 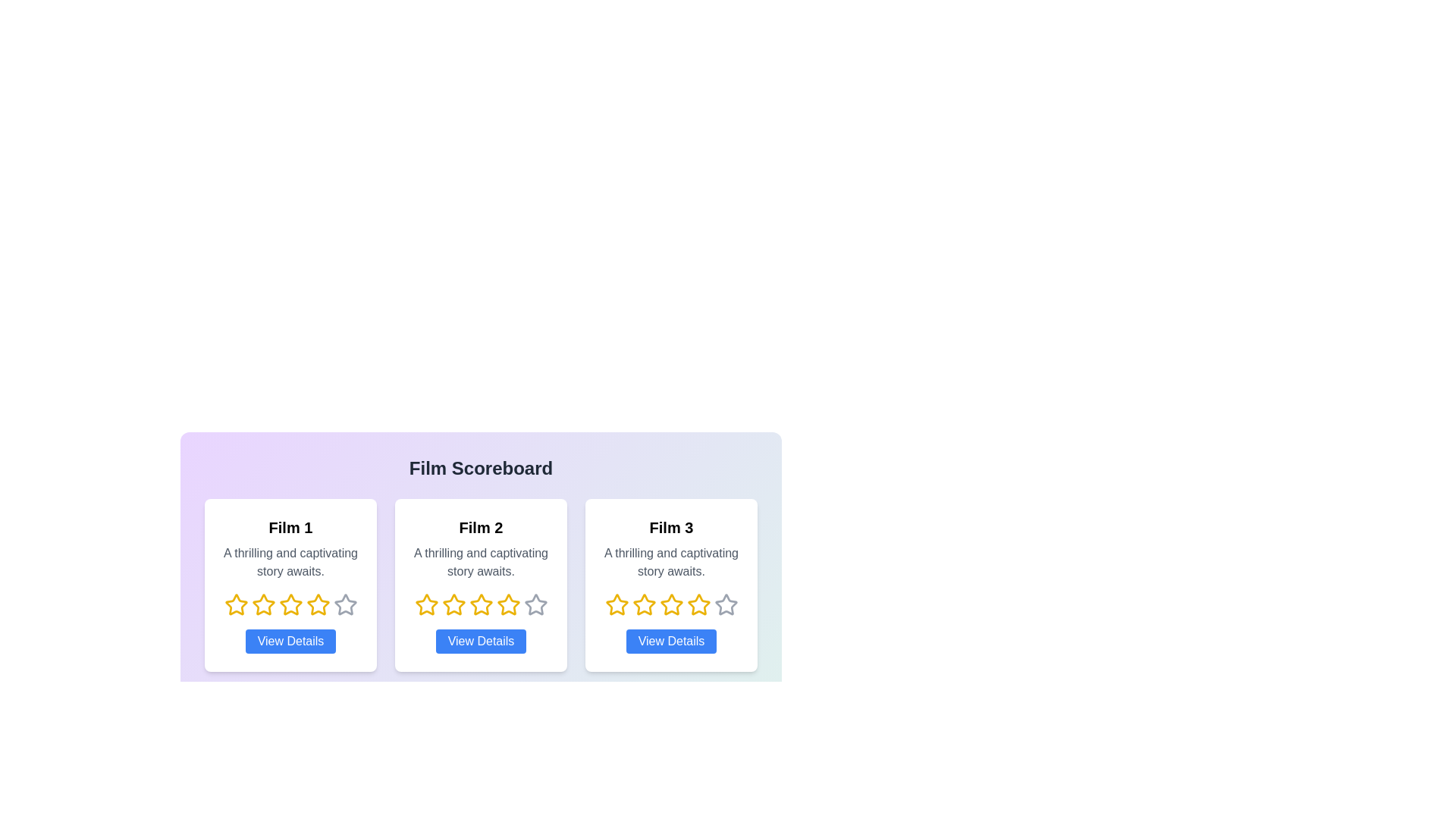 I want to click on the rating of a film to 4 stars by clicking on the corresponding star, so click(x=317, y=604).